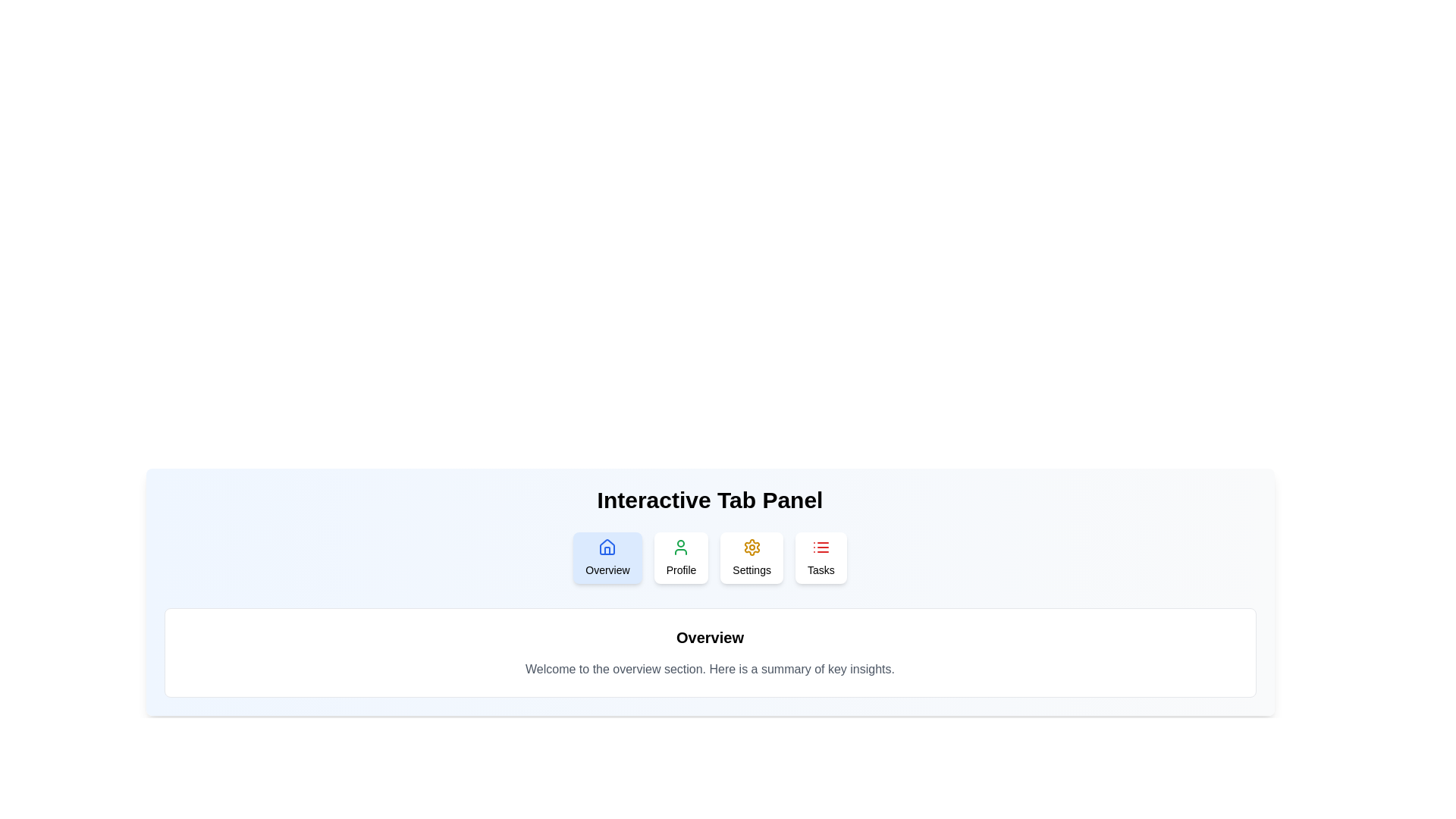 The image size is (1456, 819). Describe the element at coordinates (751, 558) in the screenshot. I see `the Settings tab to observe the transition and content change` at that location.